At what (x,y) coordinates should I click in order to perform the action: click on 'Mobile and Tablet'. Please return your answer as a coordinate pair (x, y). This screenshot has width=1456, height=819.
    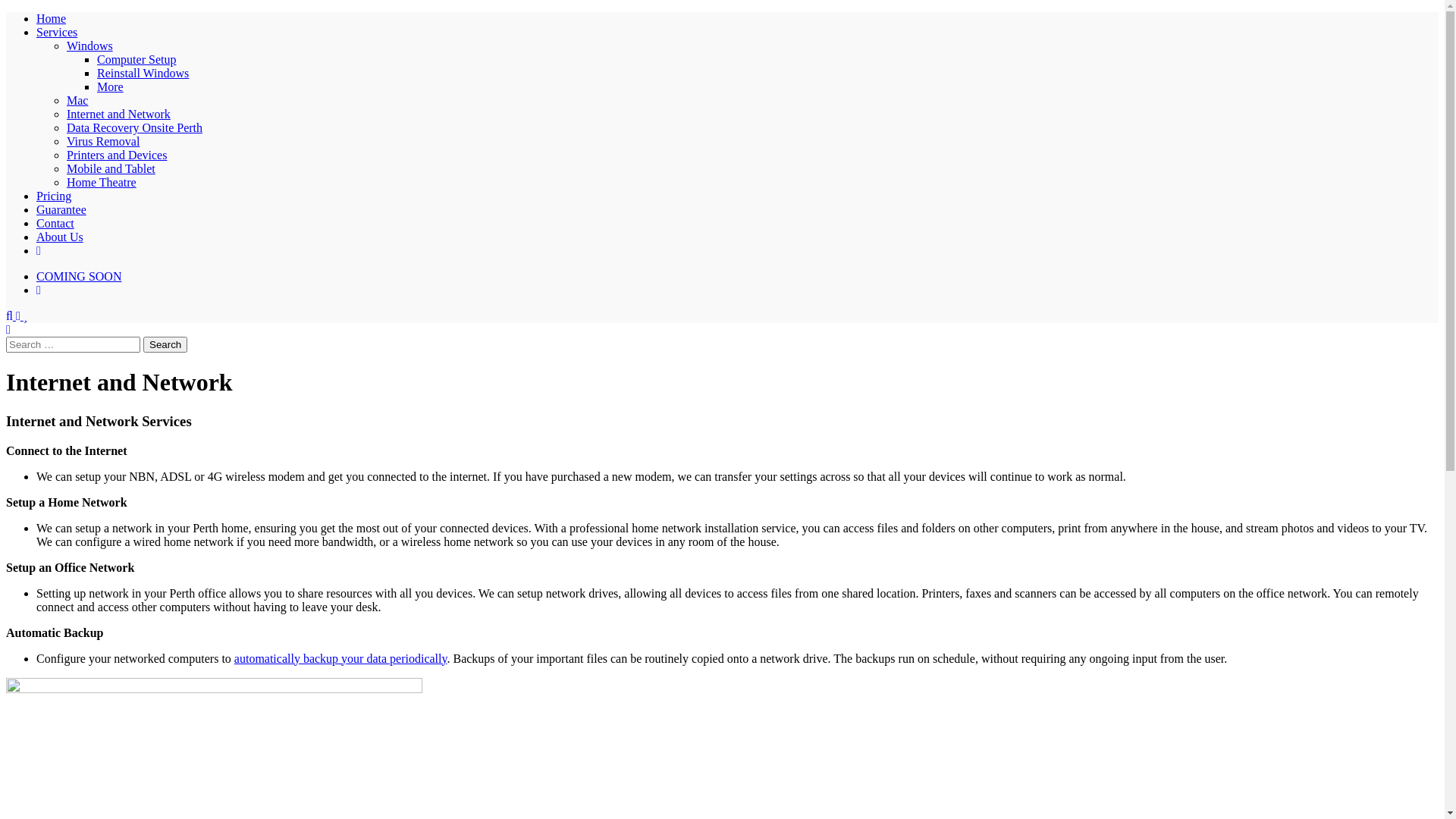
    Looking at the image, I should click on (65, 168).